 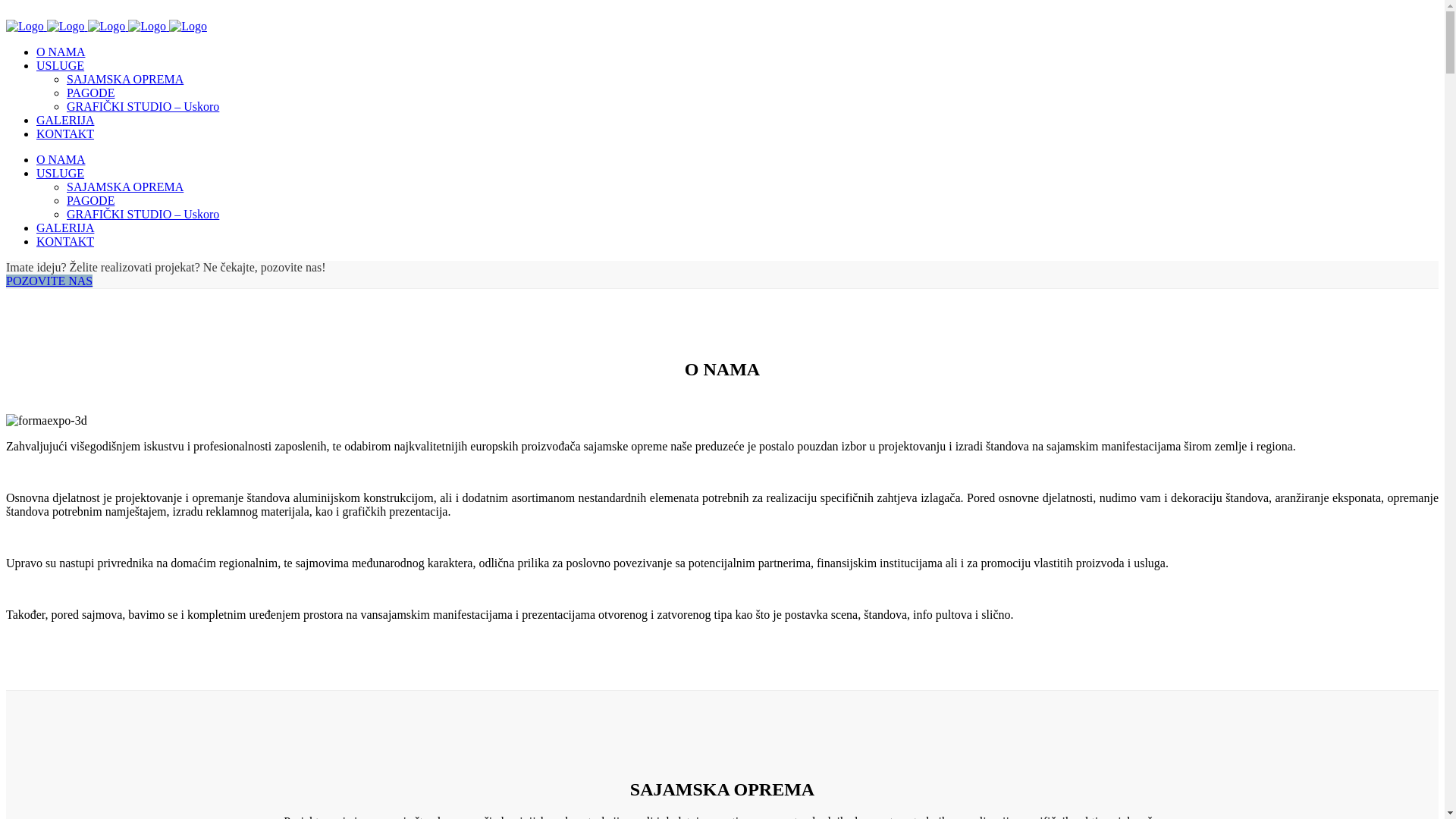 I want to click on 'PAGODE', so click(x=89, y=93).